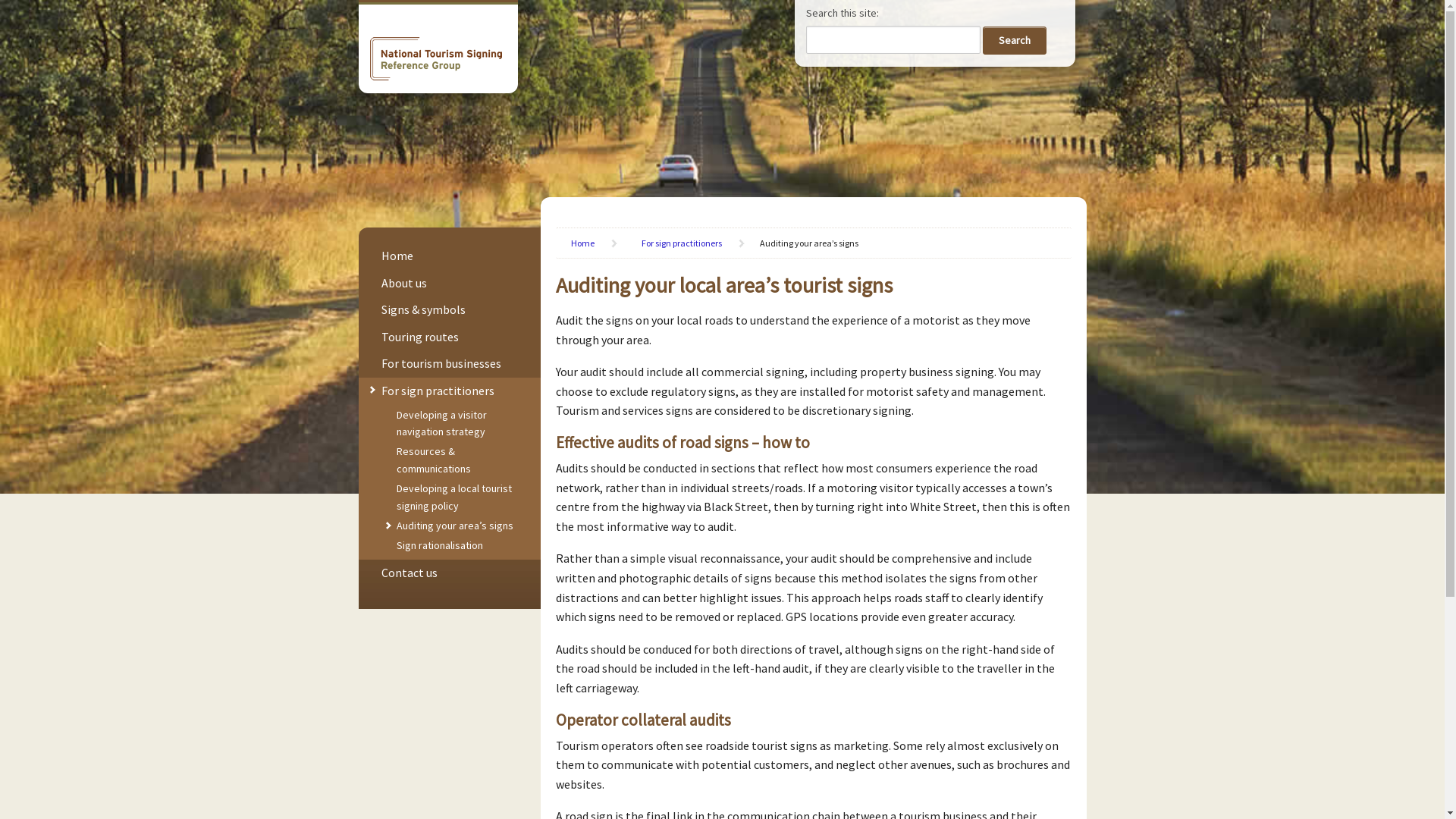 This screenshot has height=819, width=1456. I want to click on 'Contact us', so click(408, 573).